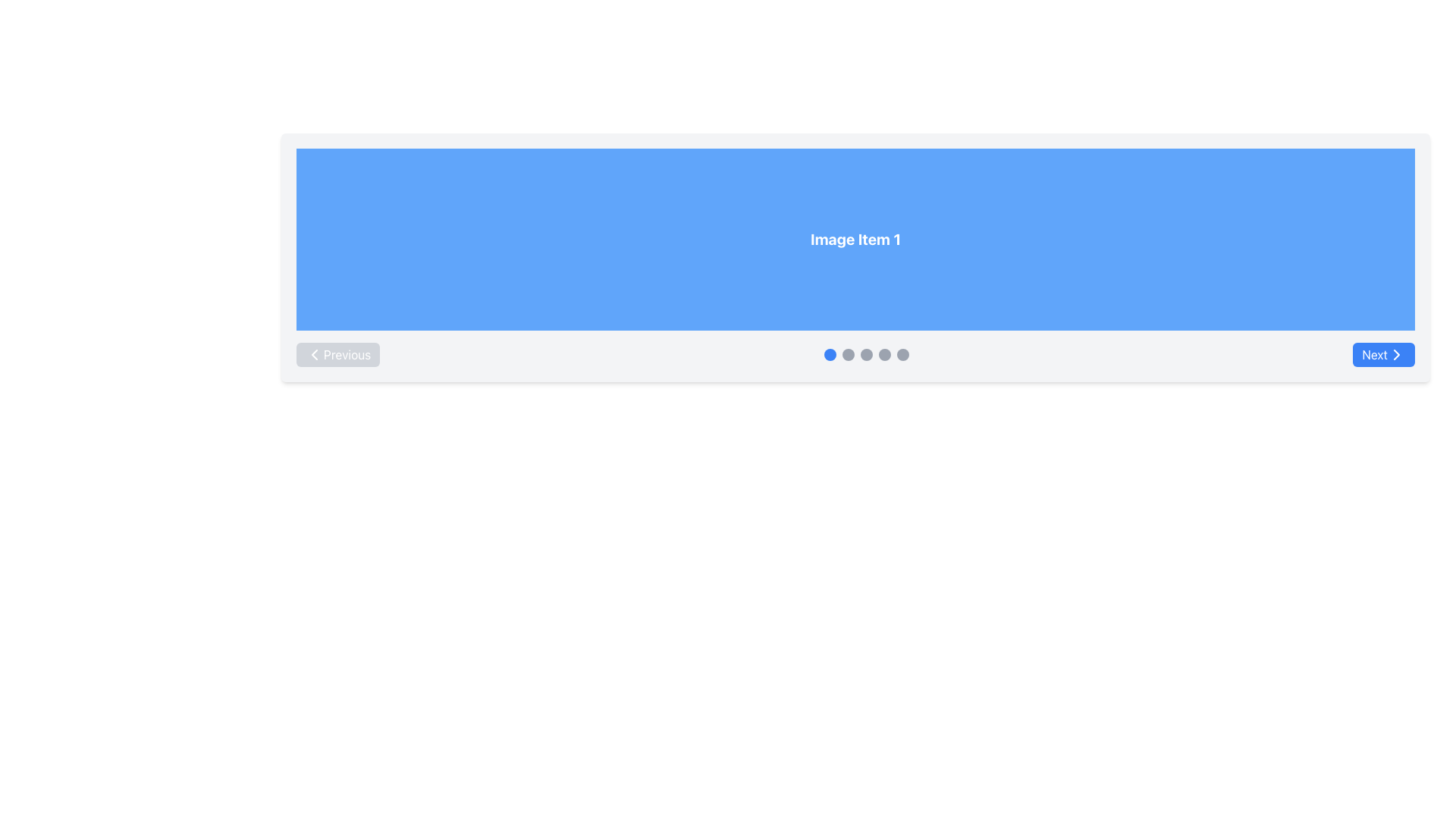 The width and height of the screenshot is (1456, 819). What do you see at coordinates (337, 354) in the screenshot?
I see `the 'Previous' button, which has rounded corners, a blue background, and white text with a left-pointing chevron icon` at bounding box center [337, 354].